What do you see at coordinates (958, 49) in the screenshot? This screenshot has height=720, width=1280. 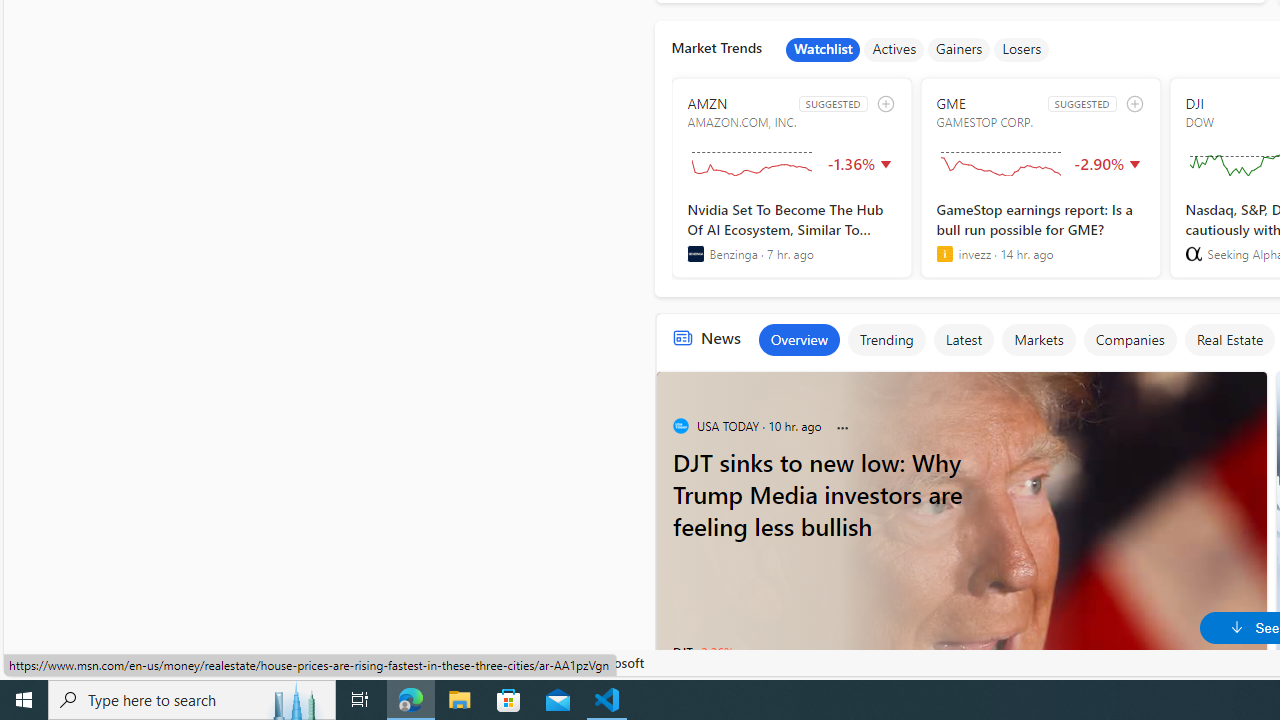 I see `'Gainers'` at bounding box center [958, 49].